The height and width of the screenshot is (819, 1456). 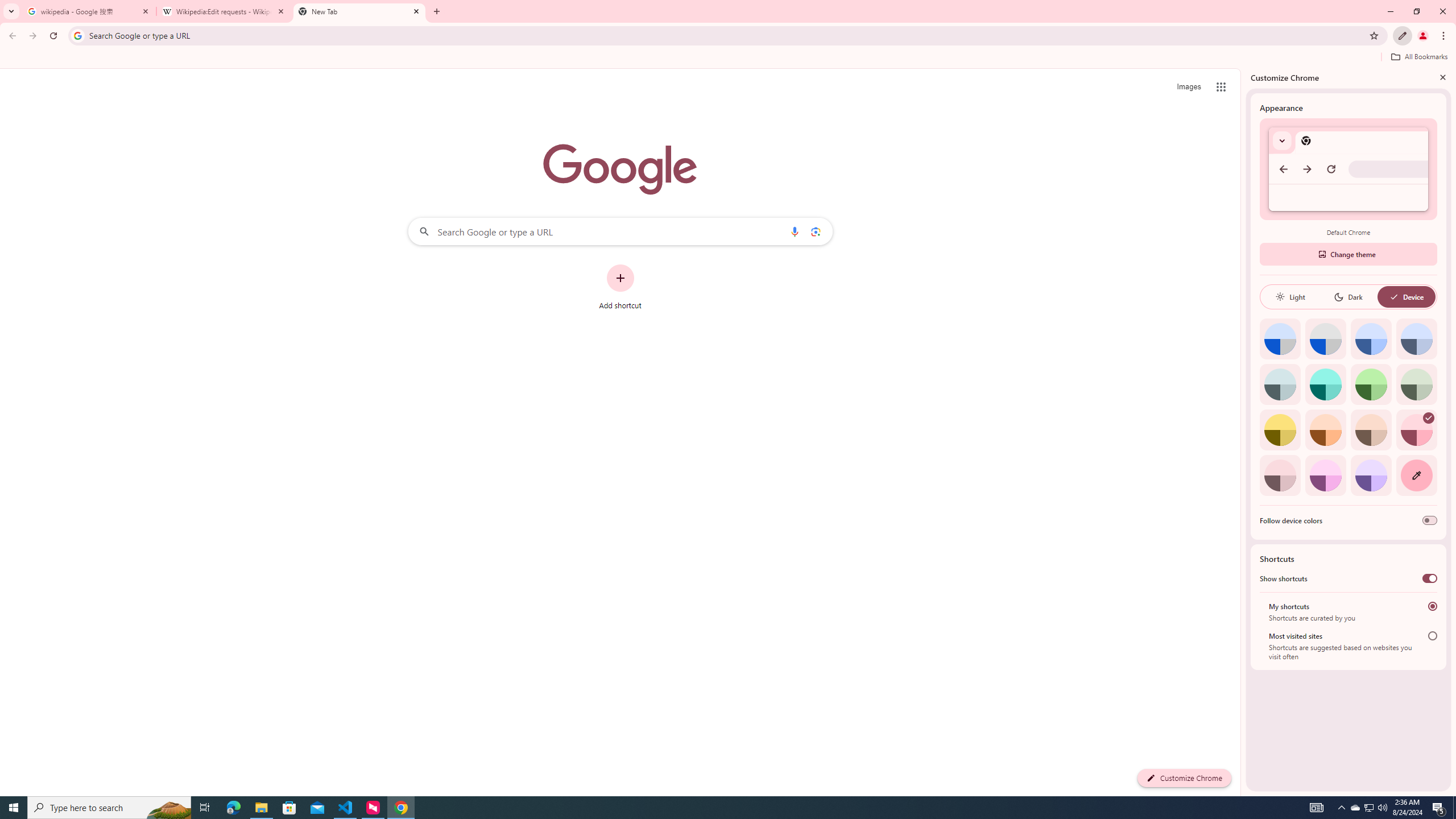 What do you see at coordinates (1429, 578) in the screenshot?
I see `'Show shortcuts'` at bounding box center [1429, 578].